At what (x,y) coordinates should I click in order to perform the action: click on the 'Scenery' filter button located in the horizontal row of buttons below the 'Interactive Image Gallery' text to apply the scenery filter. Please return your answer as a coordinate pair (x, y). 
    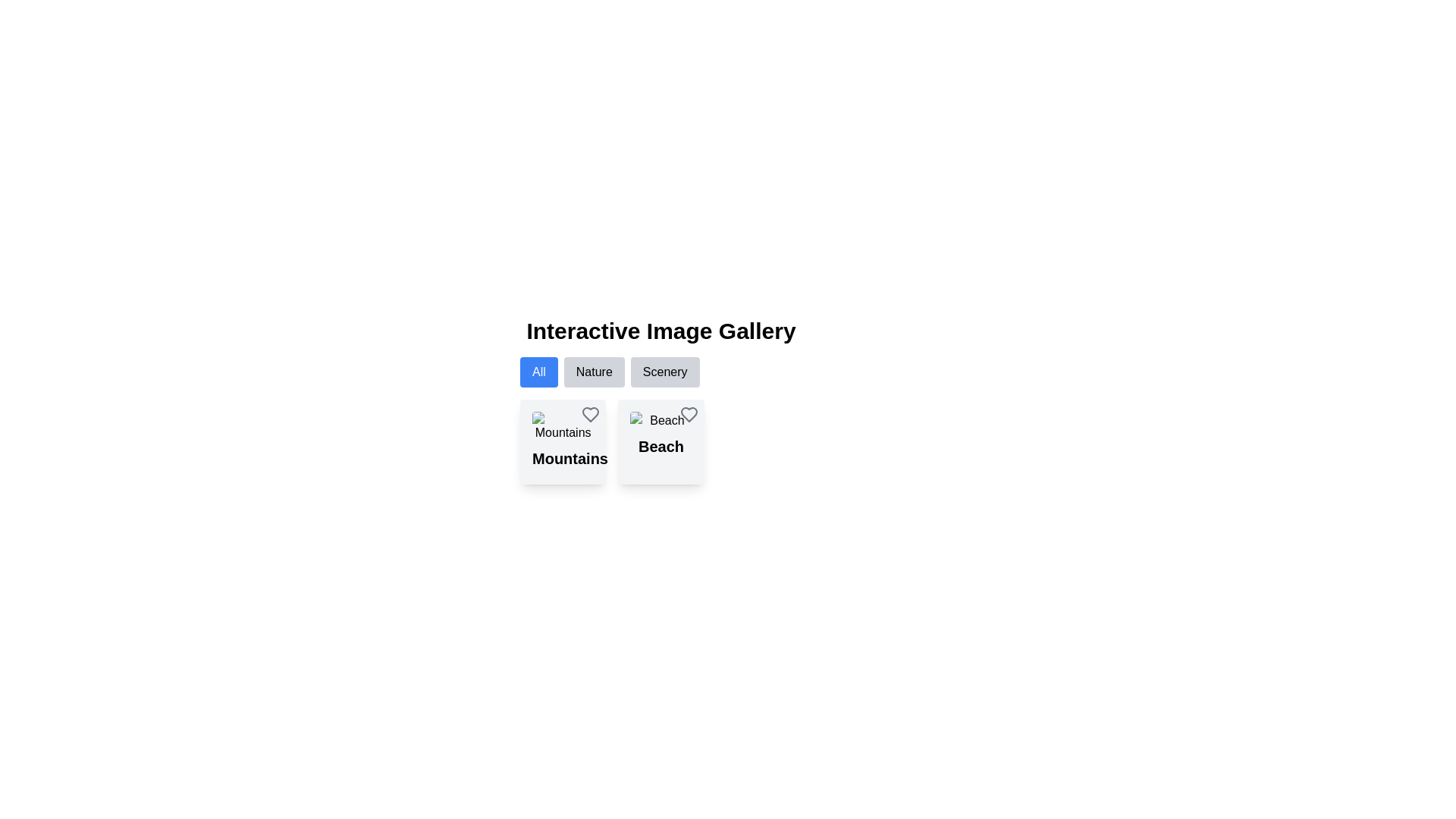
    Looking at the image, I should click on (665, 372).